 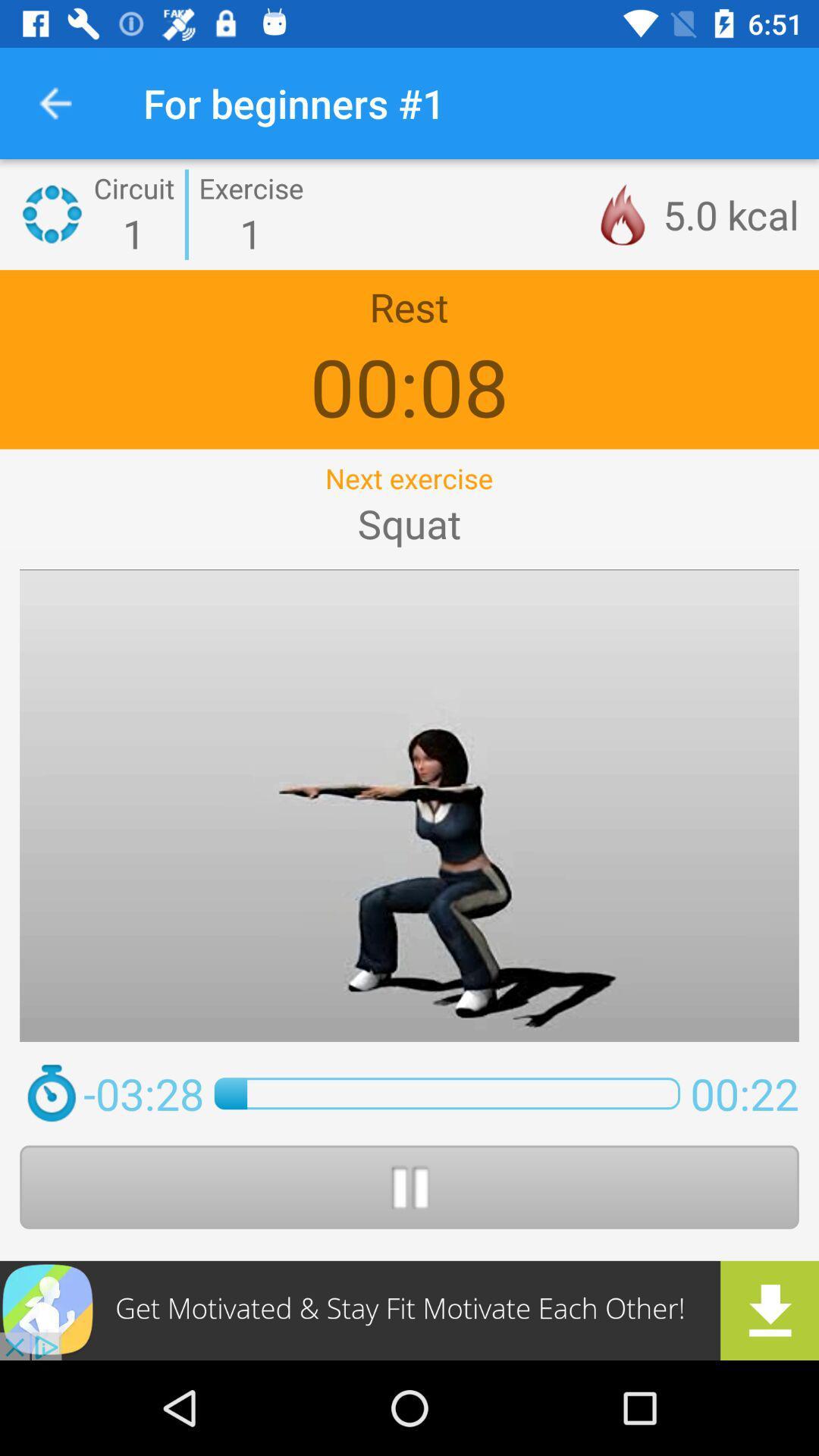 What do you see at coordinates (409, 1186) in the screenshot?
I see `pause workout` at bounding box center [409, 1186].